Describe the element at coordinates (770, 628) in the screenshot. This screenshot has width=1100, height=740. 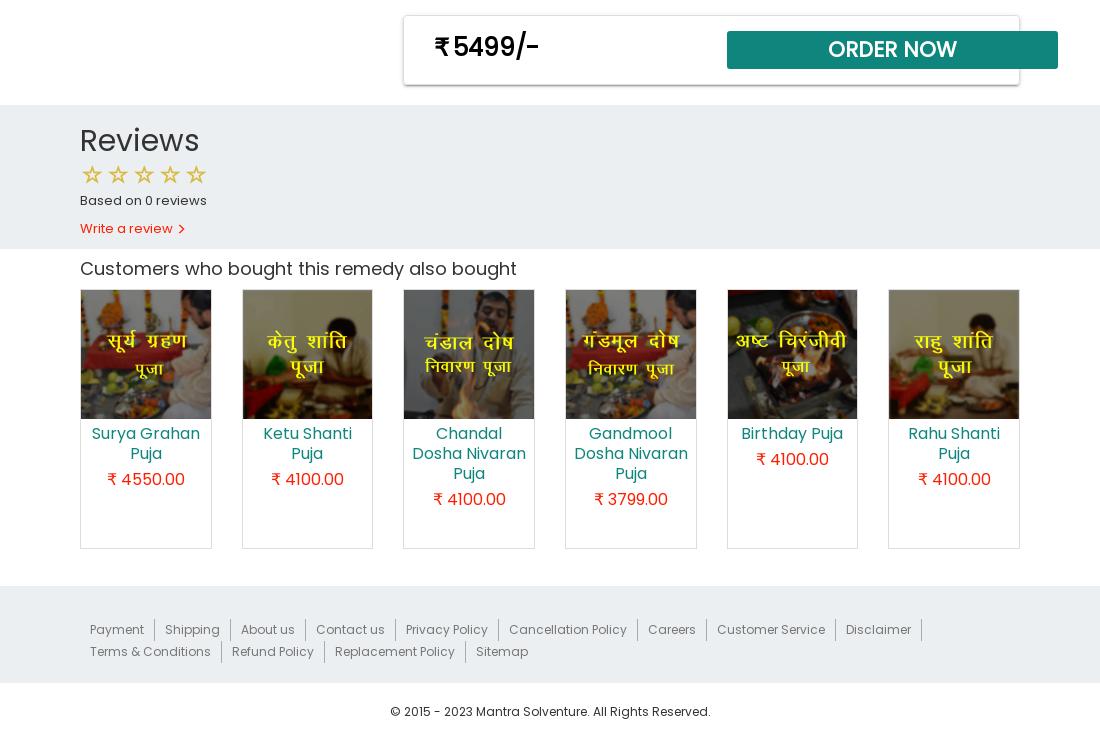
I see `'Customer Service'` at that location.